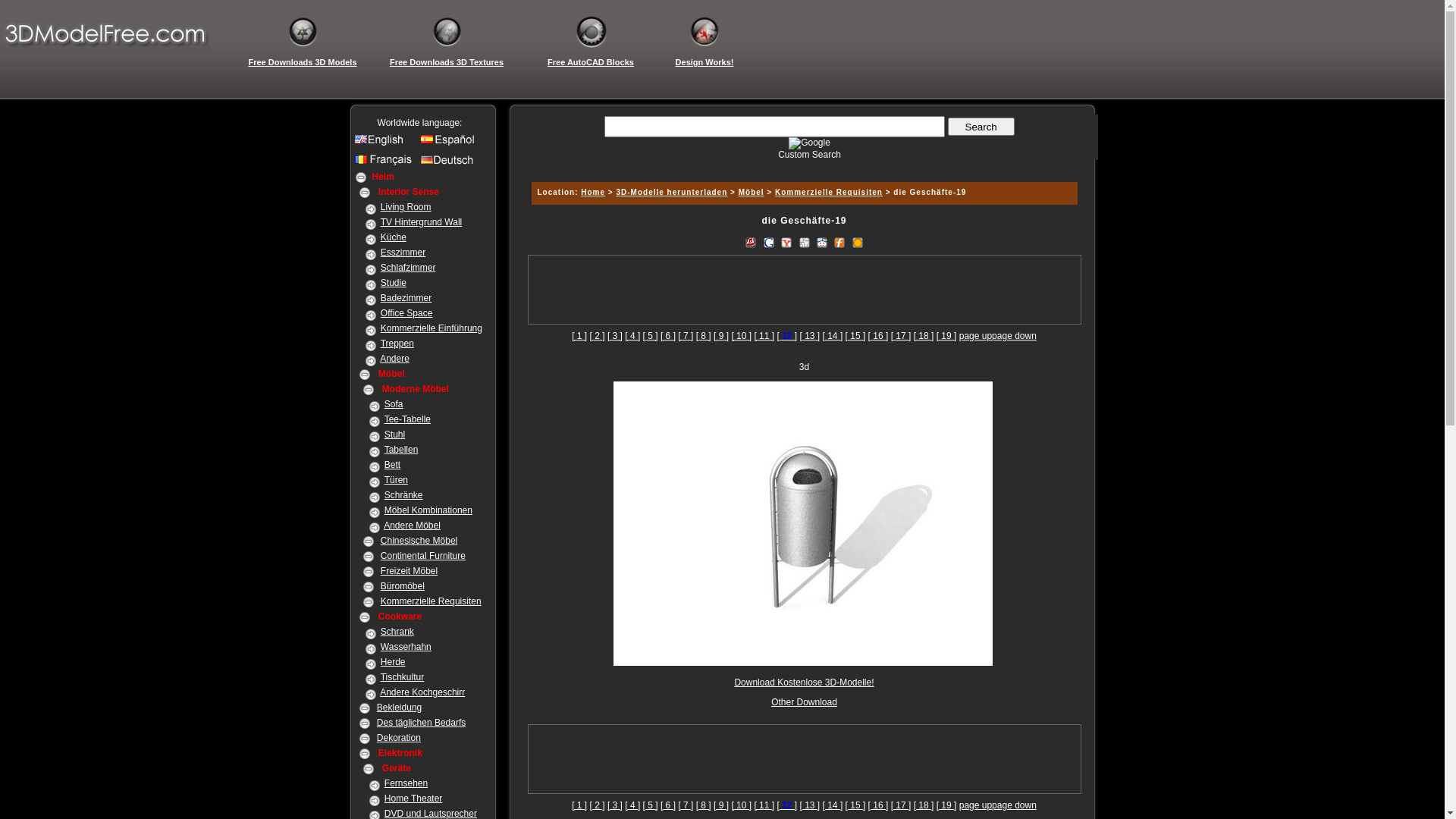  Describe the element at coordinates (408, 267) in the screenshot. I see `'Schlafzimmer'` at that location.